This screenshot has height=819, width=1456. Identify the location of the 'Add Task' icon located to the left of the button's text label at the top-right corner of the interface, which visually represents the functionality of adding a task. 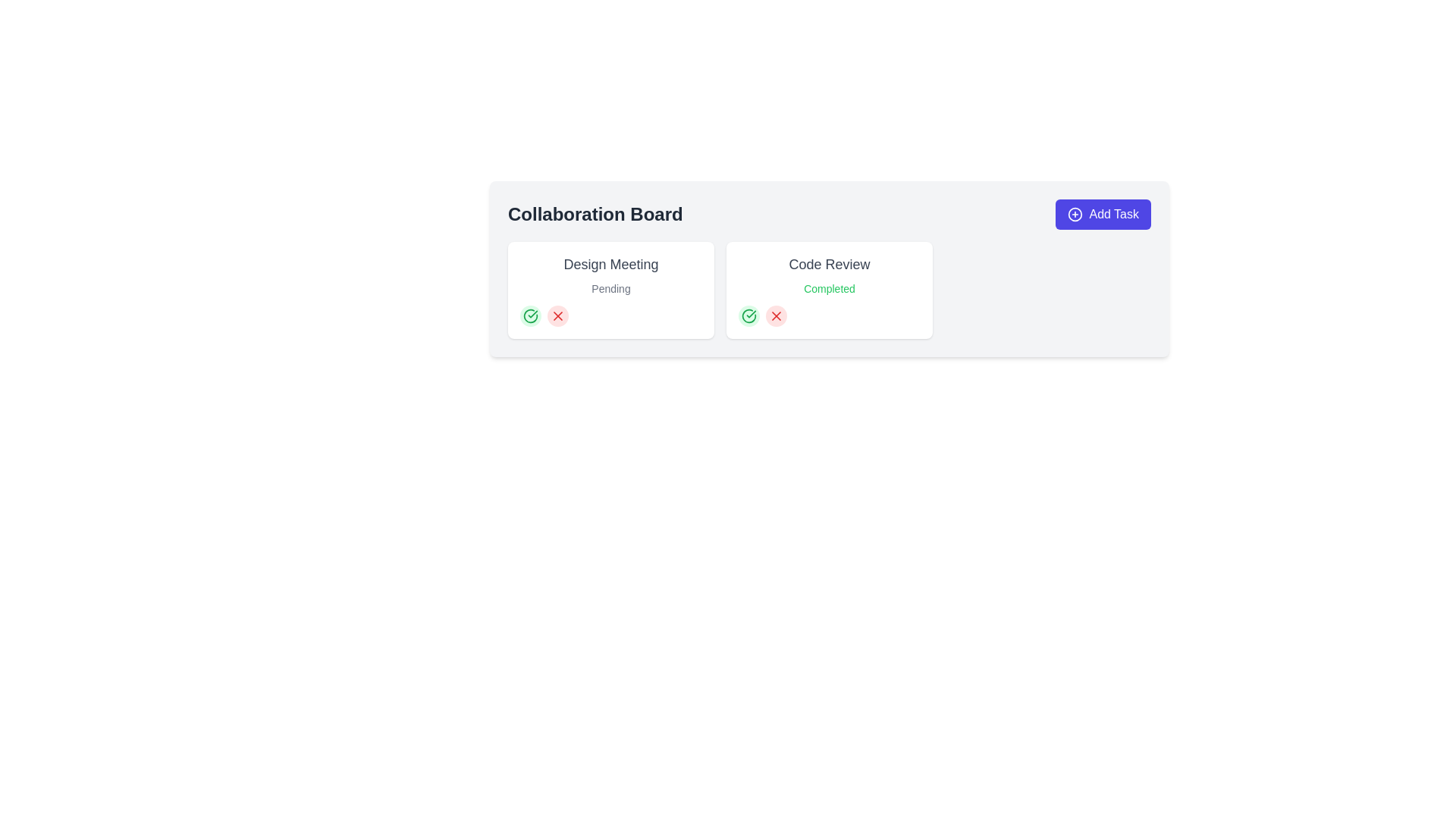
(1075, 214).